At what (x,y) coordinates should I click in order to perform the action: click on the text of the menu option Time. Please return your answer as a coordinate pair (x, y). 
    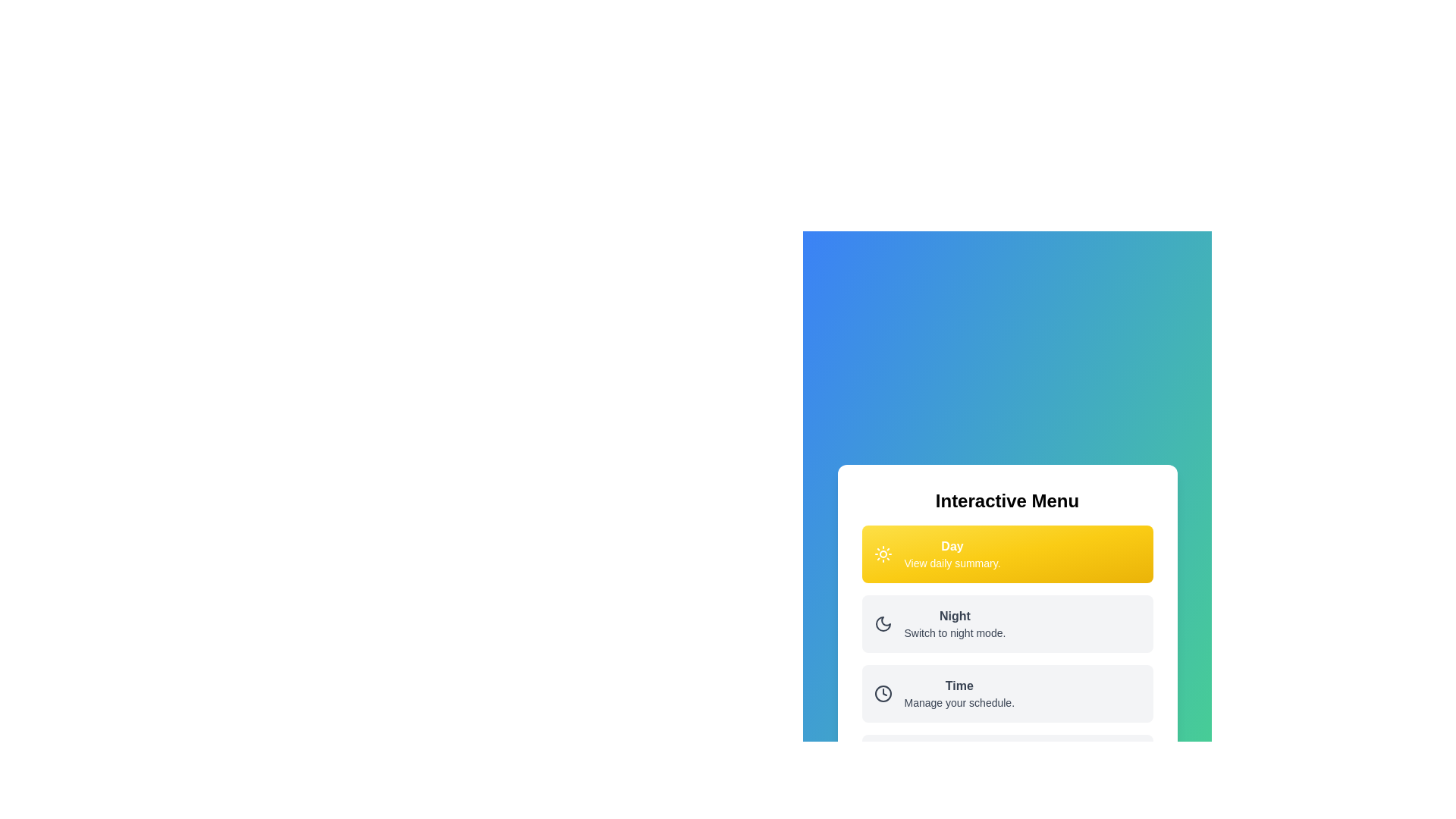
    Looking at the image, I should click on (959, 693).